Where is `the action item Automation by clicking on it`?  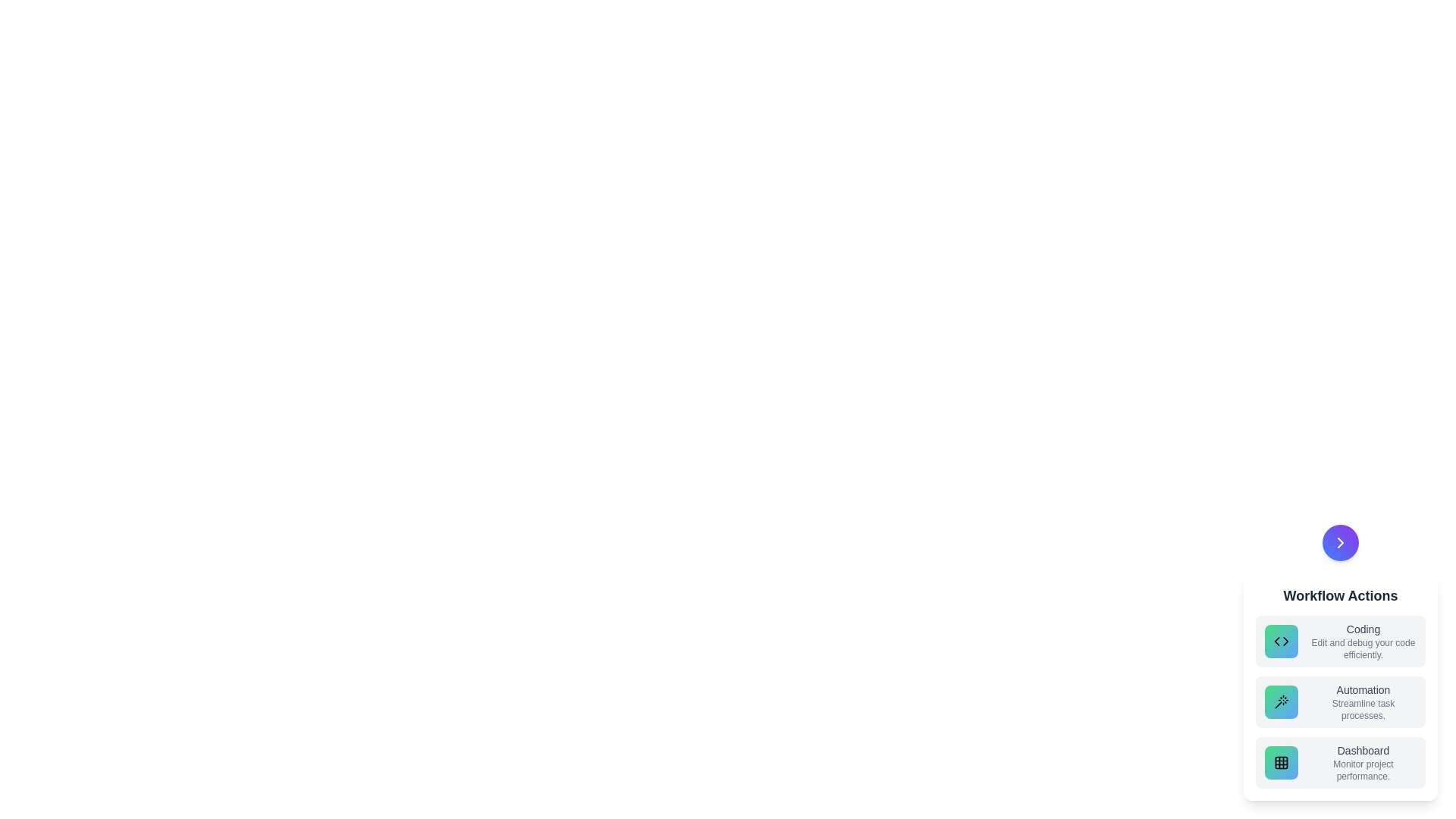
the action item Automation by clicking on it is located at coordinates (1340, 701).